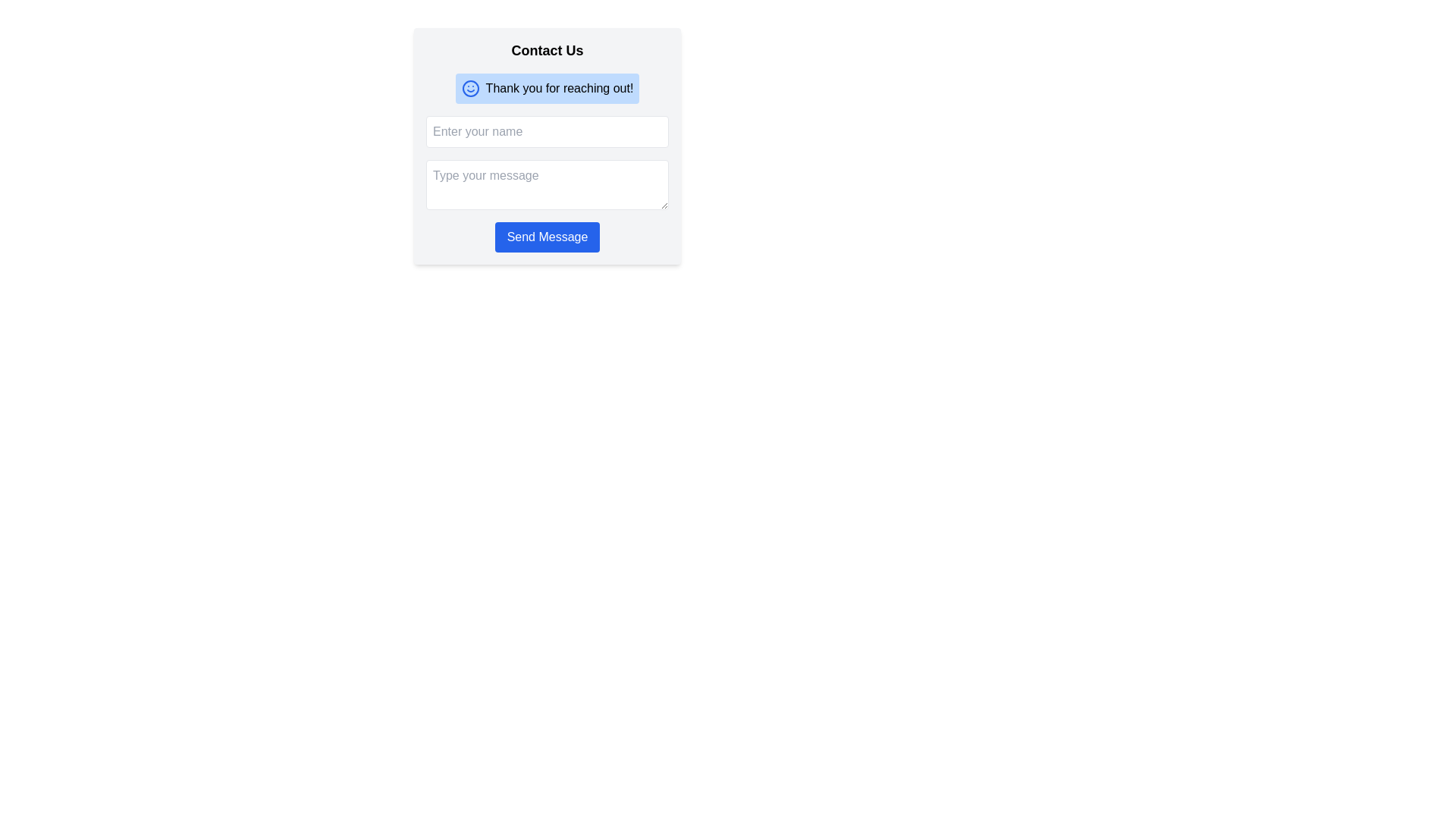  I want to click on the 'Send Message' button, which is a rectangular button with rounded corners, blue background, and white text, located below the input fields, so click(546, 237).